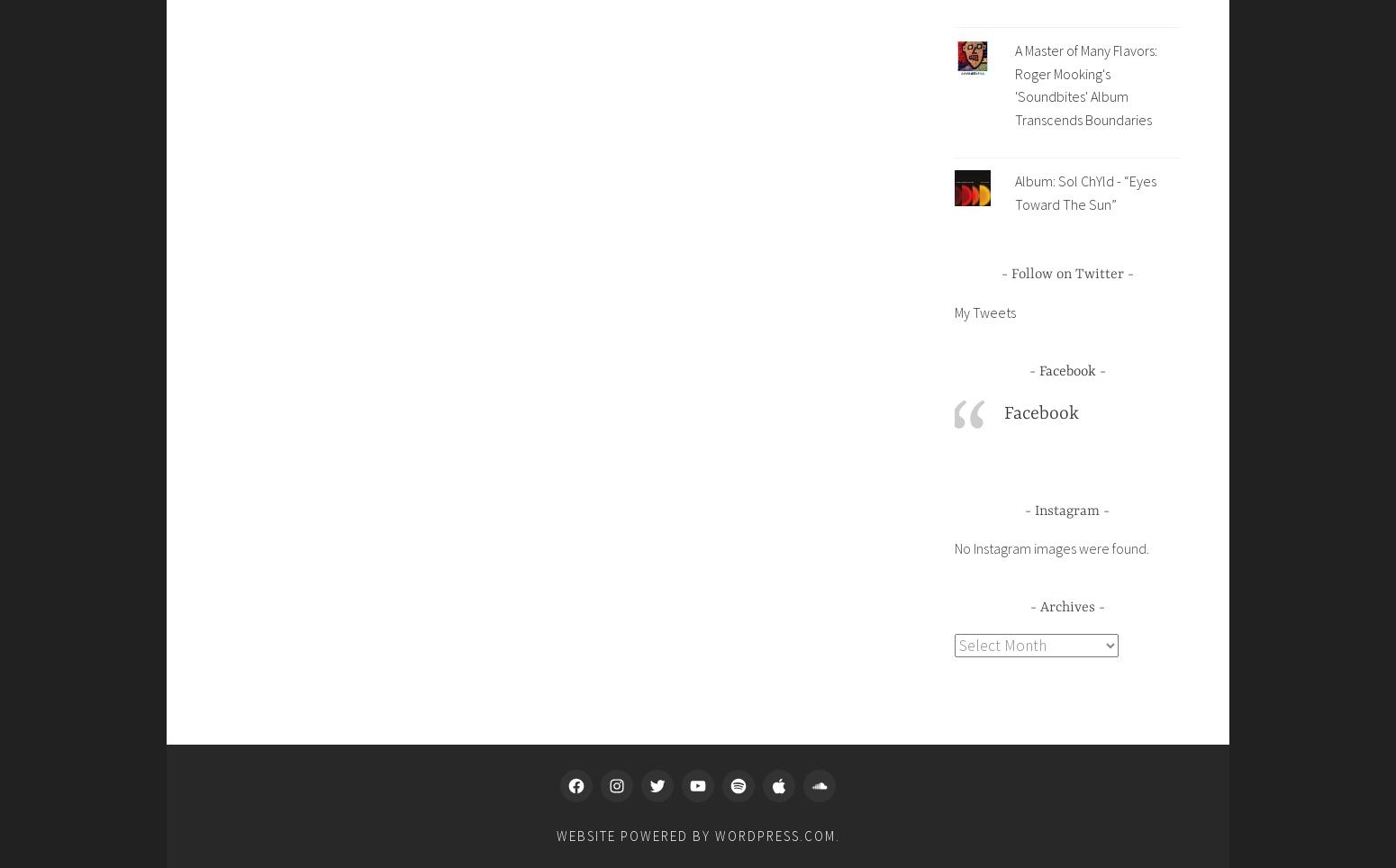  What do you see at coordinates (1066, 606) in the screenshot?
I see `'Archives'` at bounding box center [1066, 606].